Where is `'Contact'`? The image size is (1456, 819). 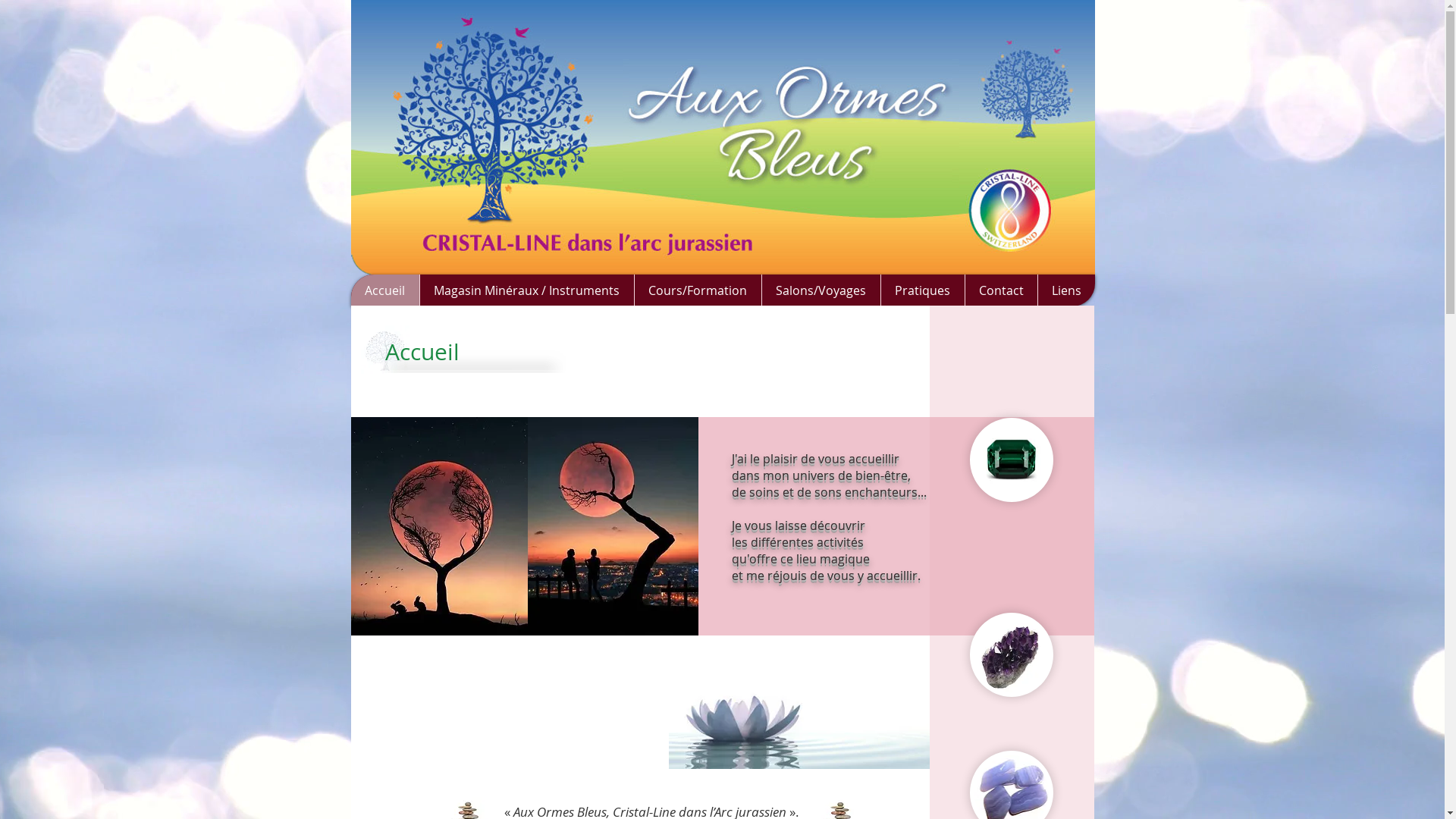
'Contact' is located at coordinates (964, 290).